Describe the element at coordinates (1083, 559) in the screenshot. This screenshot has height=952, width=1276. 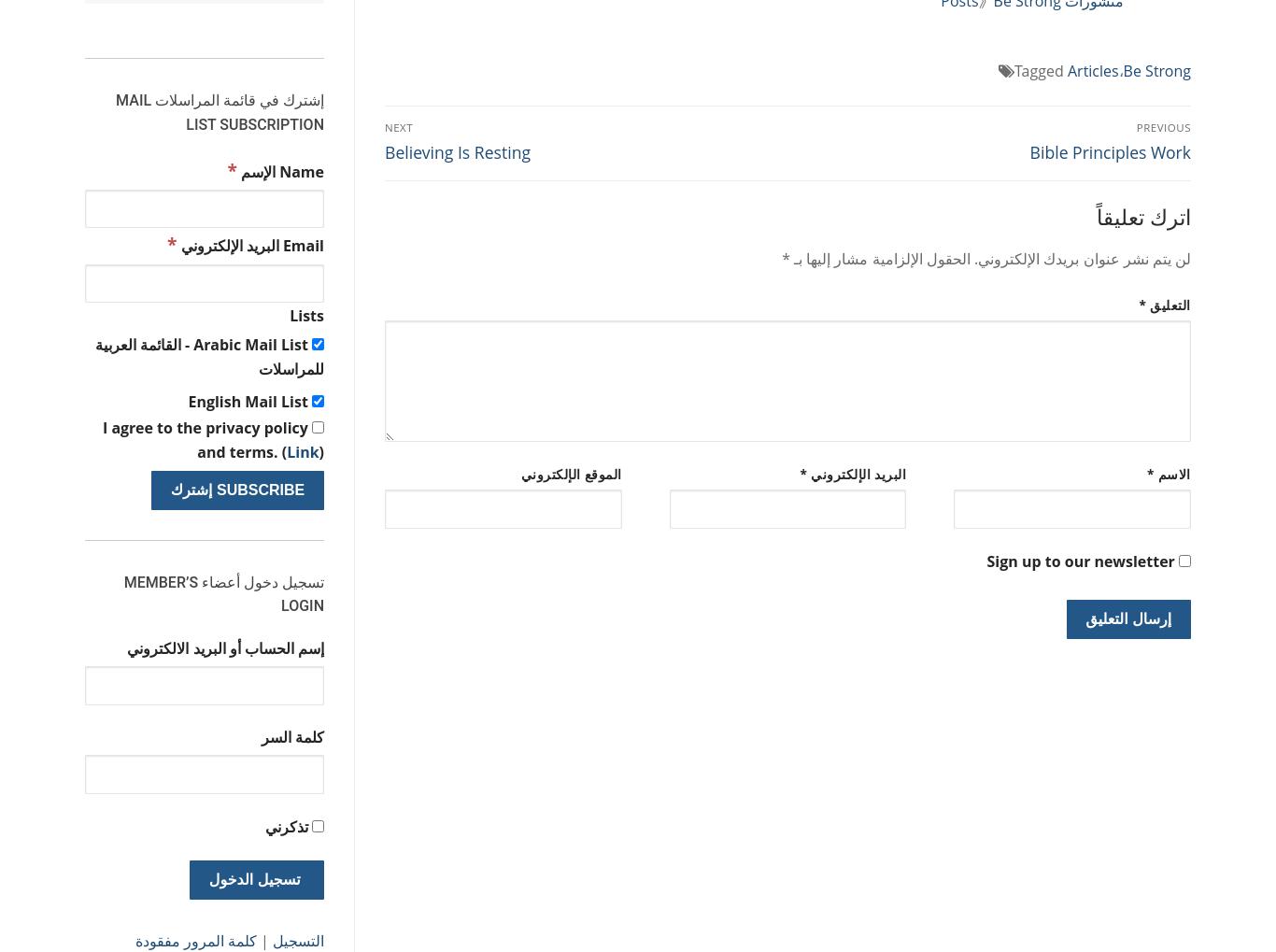
I see `'Sign up to our newsletter'` at that location.